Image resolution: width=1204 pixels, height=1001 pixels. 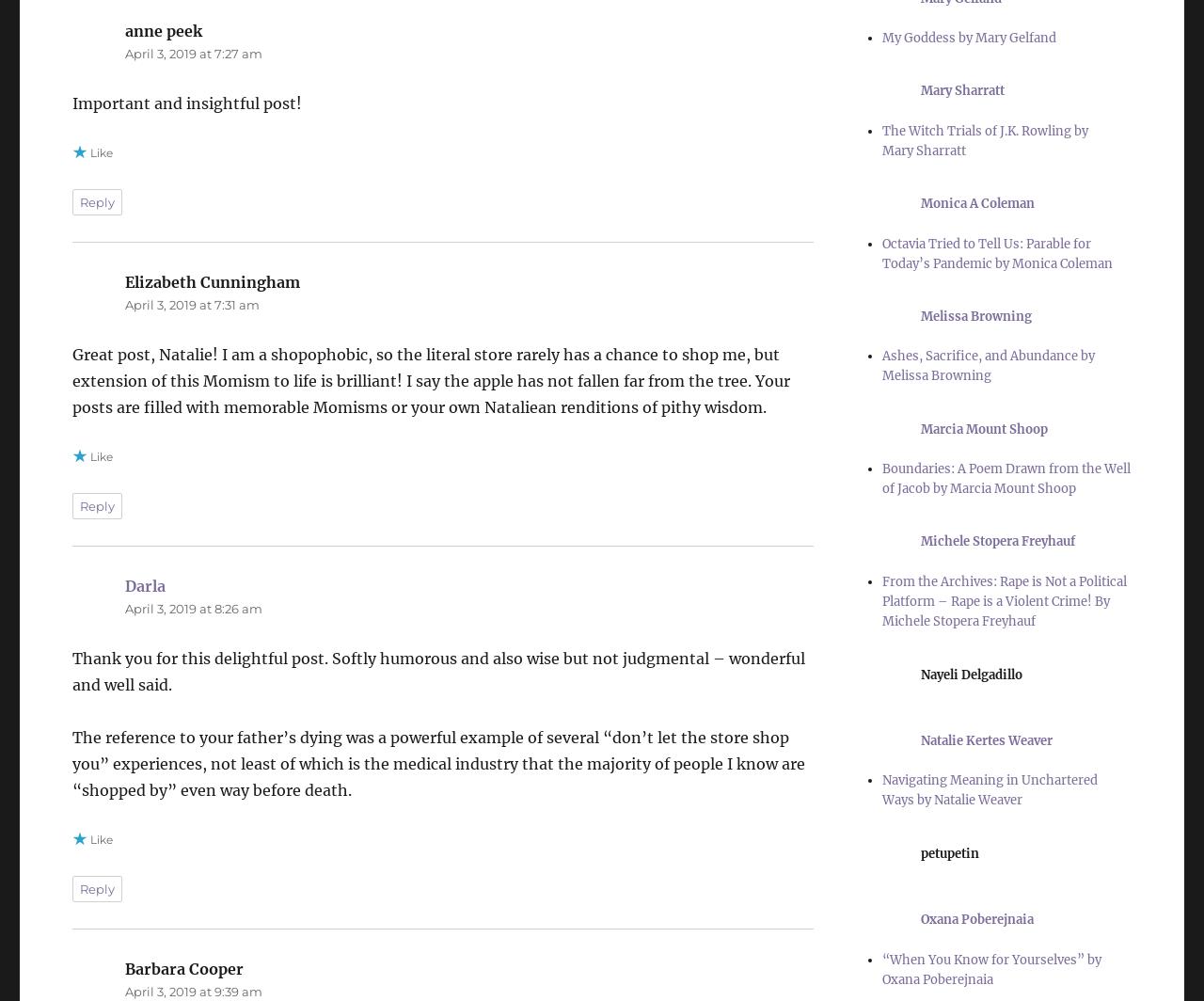 What do you see at coordinates (123, 607) in the screenshot?
I see `'April 3, 2019 at 8:26 am'` at bounding box center [123, 607].